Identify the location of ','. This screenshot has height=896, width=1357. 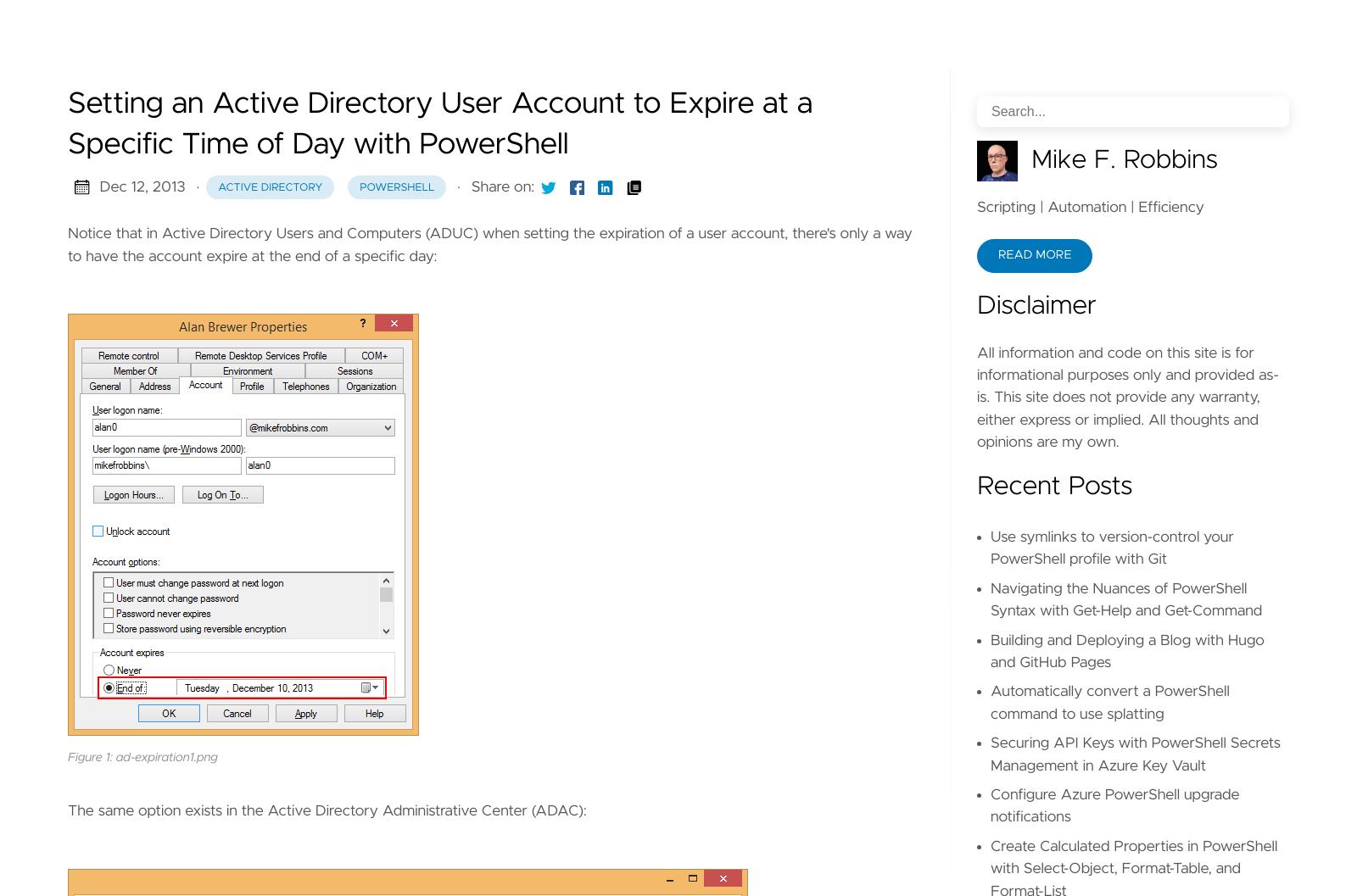
(373, 481).